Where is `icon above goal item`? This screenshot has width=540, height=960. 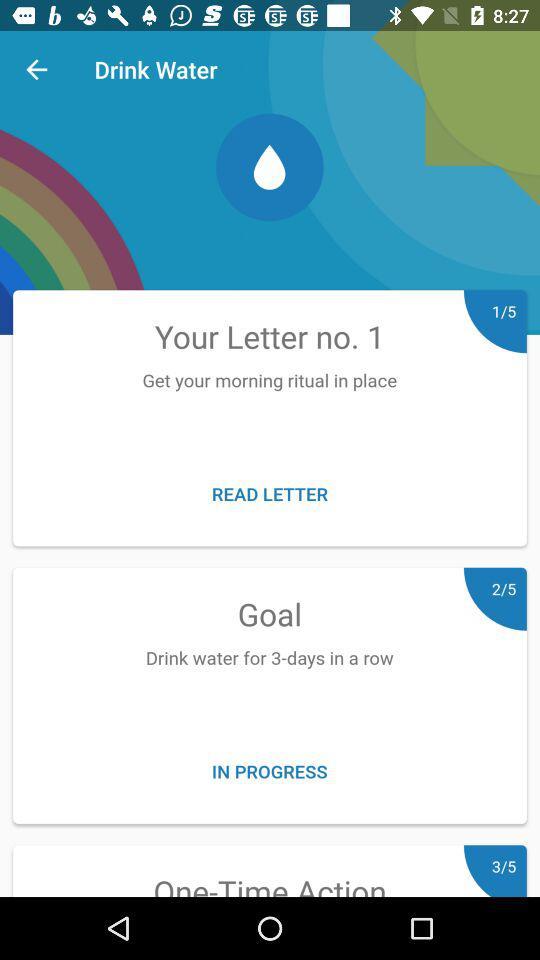 icon above goal item is located at coordinates (270, 492).